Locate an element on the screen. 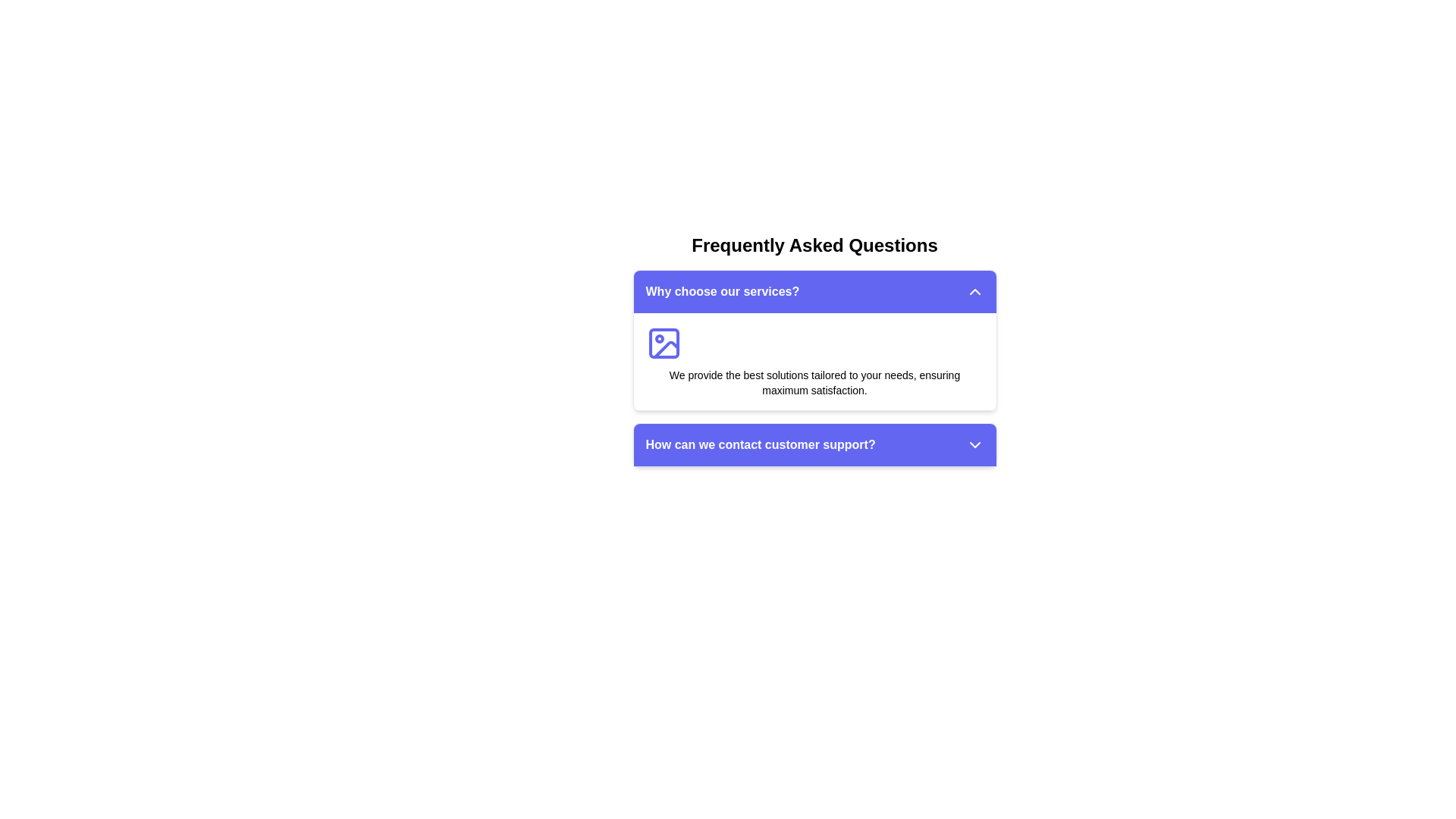 This screenshot has width=1456, height=819. the text label that reads 'How can we contact customer support?', which is styled with a bold font and located in the FAQ dropdown header is located at coordinates (761, 444).